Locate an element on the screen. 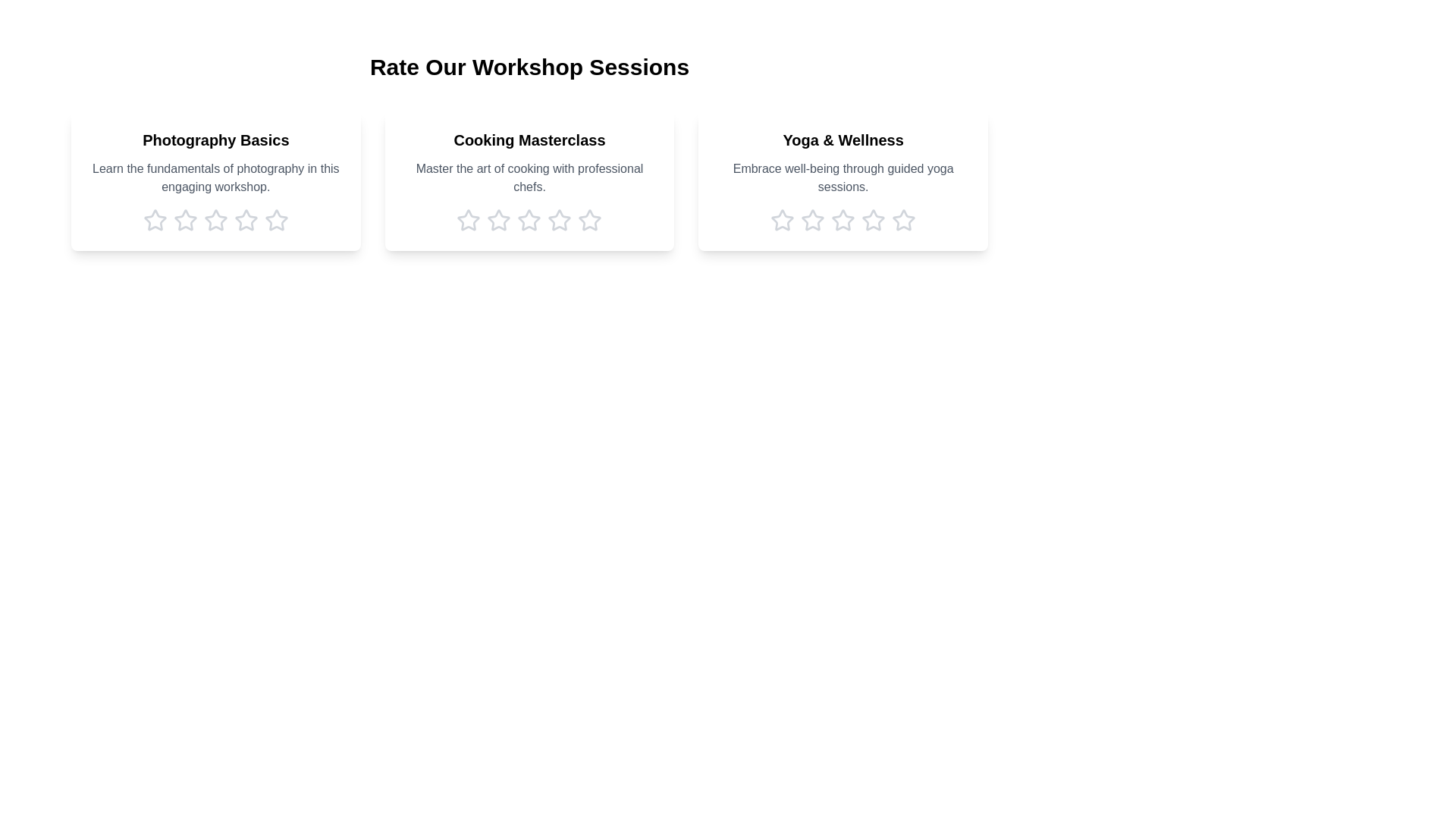 The width and height of the screenshot is (1456, 819). the 4 star for the specified workshop to preview the selection is located at coordinates (246, 220).